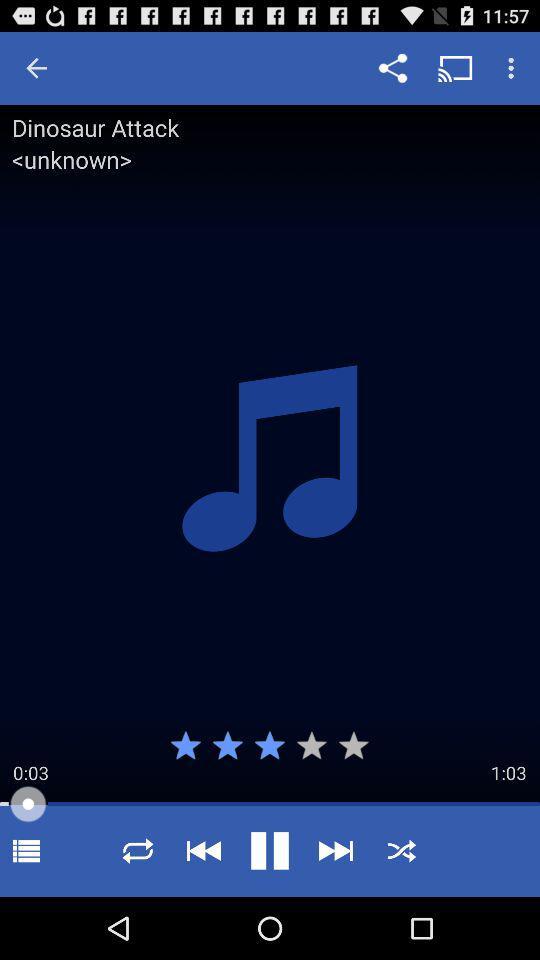 The width and height of the screenshot is (540, 960). I want to click on music list, so click(25, 850).